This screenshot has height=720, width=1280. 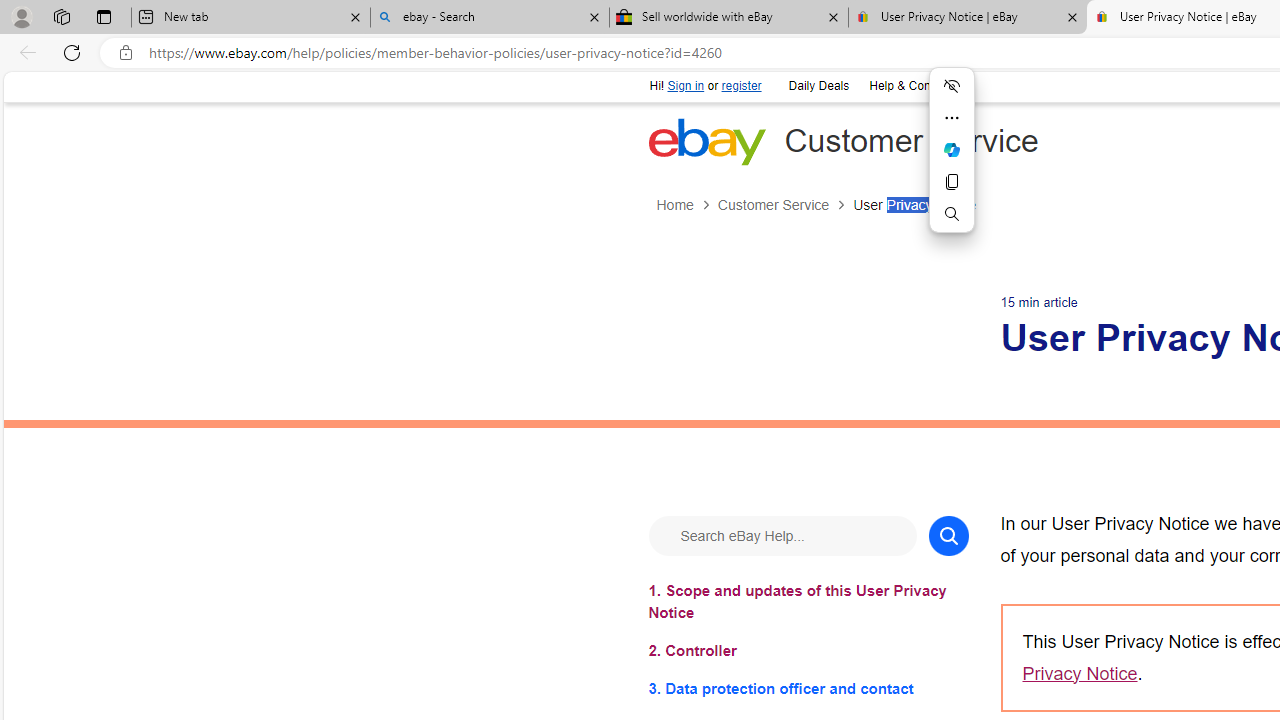 I want to click on 'Mini menu on text selection', so click(x=951, y=148).